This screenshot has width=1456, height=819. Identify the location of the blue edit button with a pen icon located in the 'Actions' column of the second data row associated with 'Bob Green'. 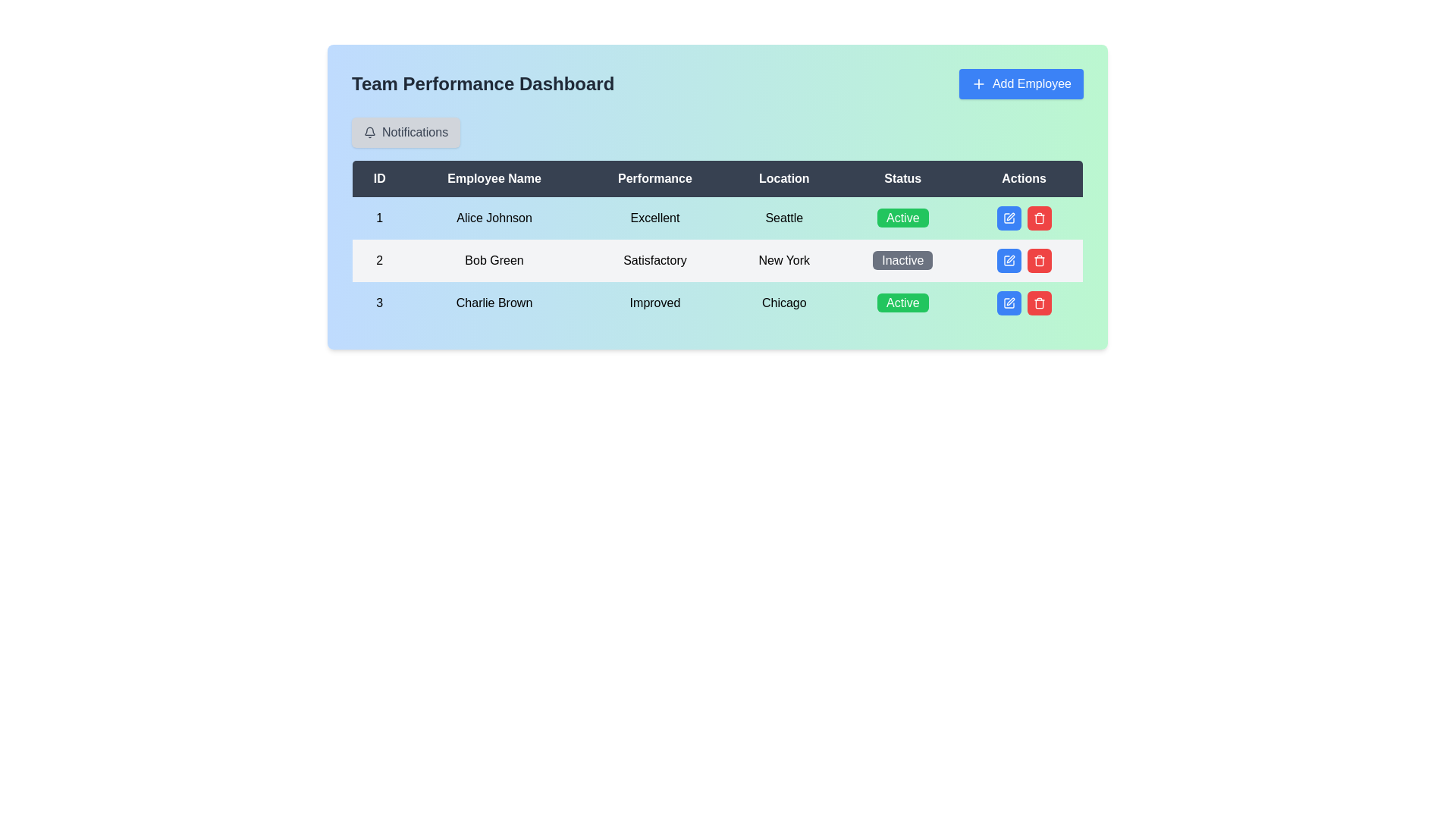
(1009, 218).